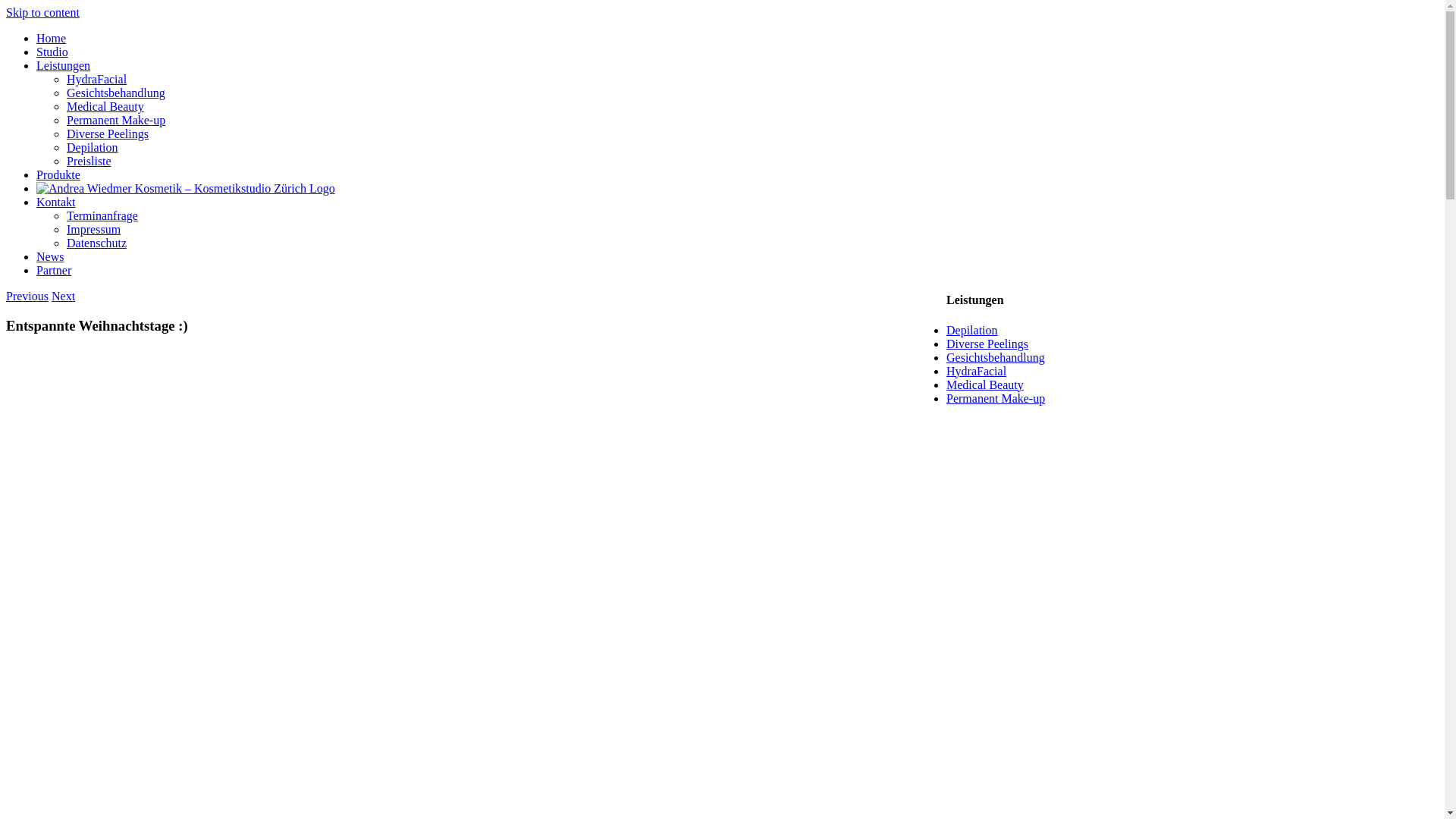 The width and height of the screenshot is (1456, 819). What do you see at coordinates (52, 51) in the screenshot?
I see `'Studio'` at bounding box center [52, 51].